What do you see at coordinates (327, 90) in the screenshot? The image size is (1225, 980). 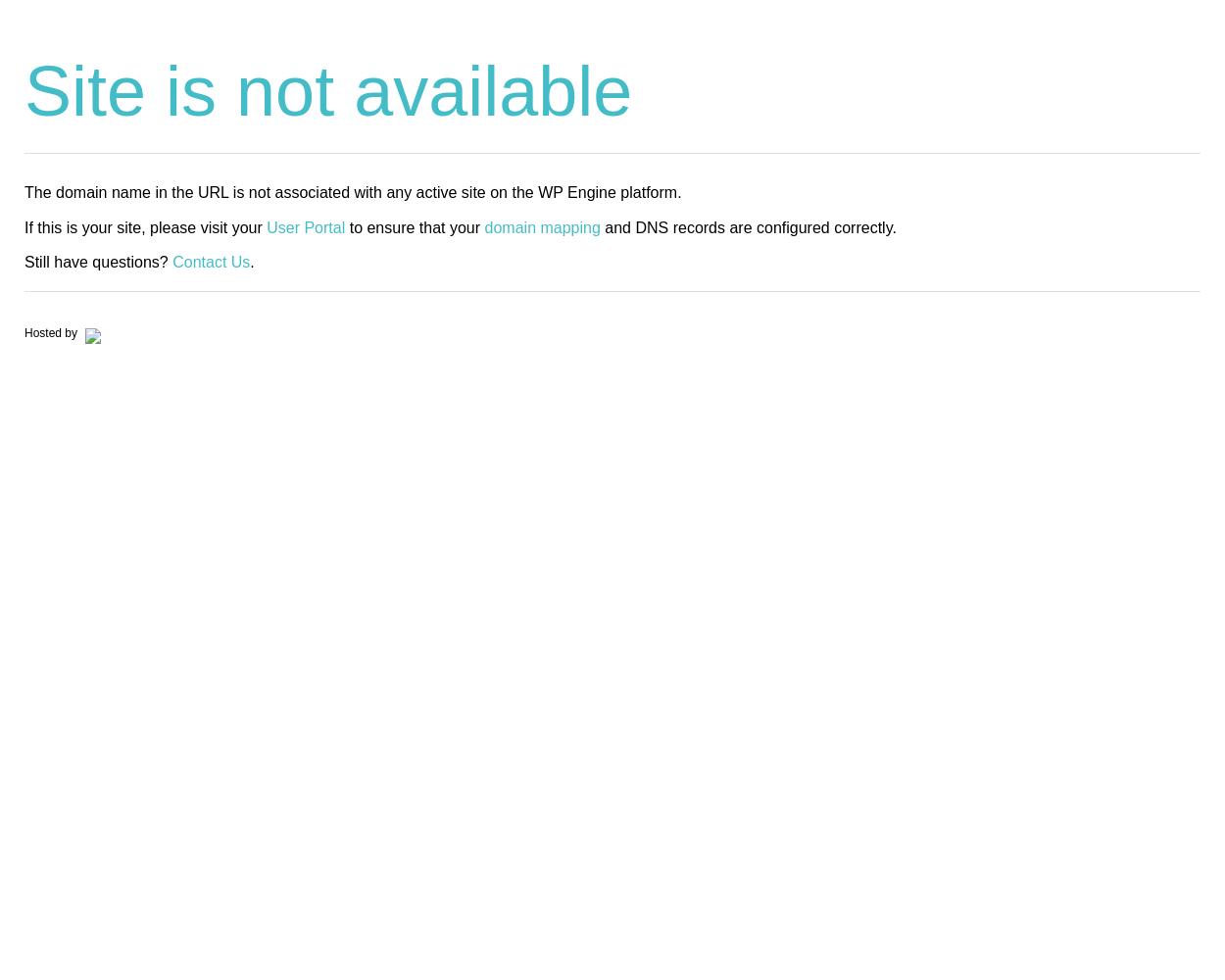 I see `'Site is not available'` at bounding box center [327, 90].